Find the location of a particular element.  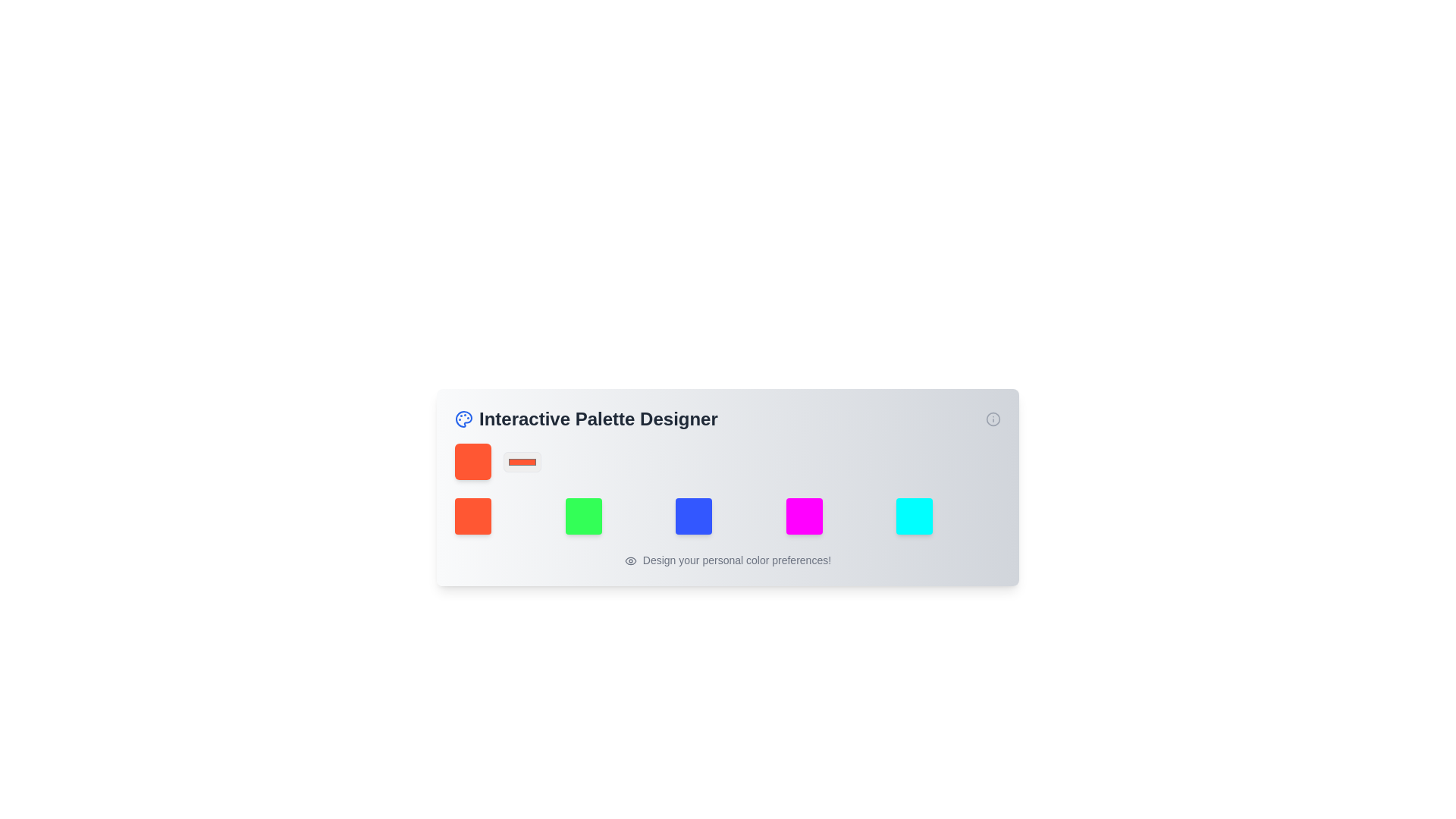

the fifth button in the horizontal grid located at the bottom-right section of the interface to interact is located at coordinates (914, 516).